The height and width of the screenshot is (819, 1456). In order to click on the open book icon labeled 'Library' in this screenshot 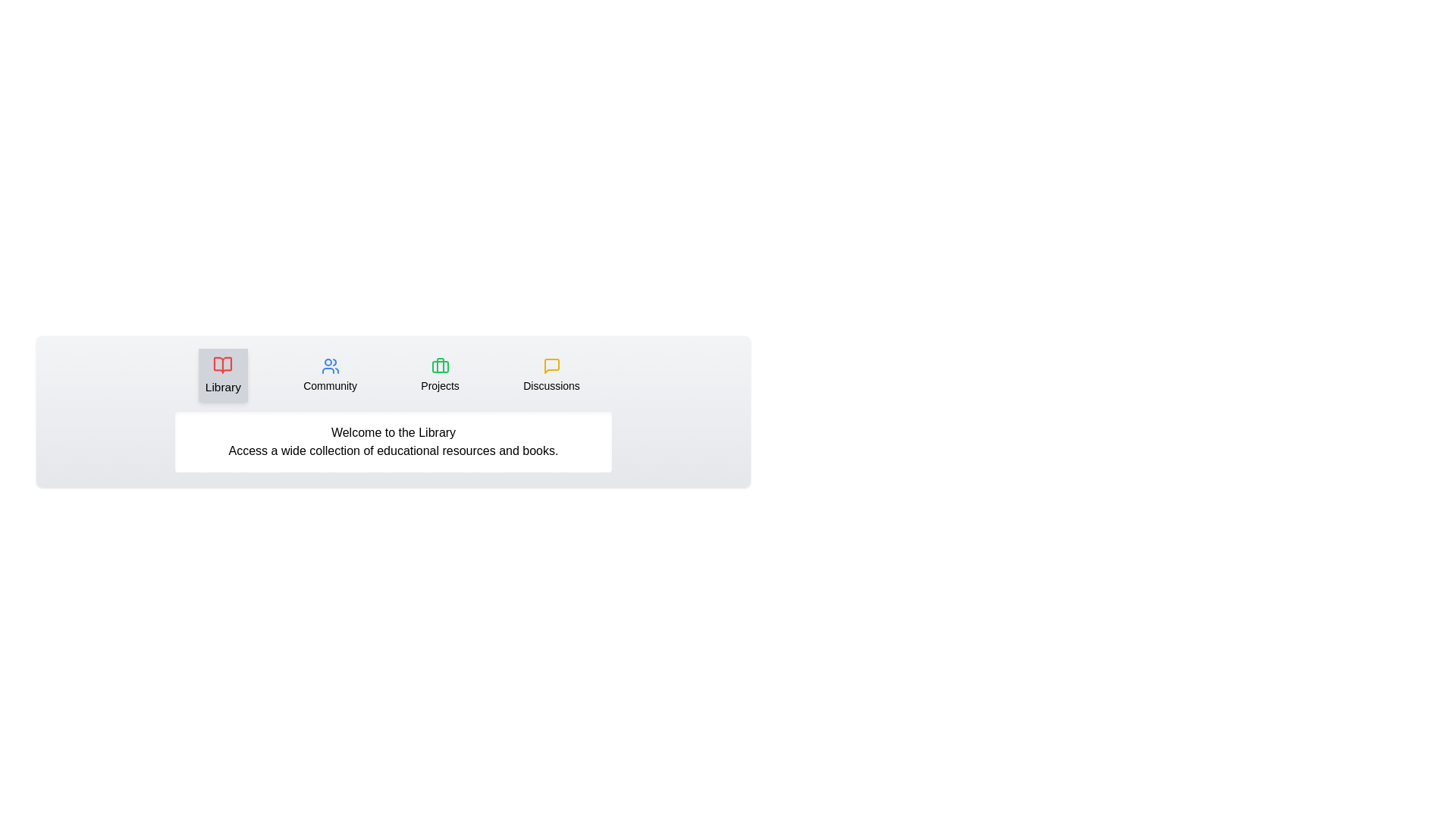, I will do `click(222, 365)`.